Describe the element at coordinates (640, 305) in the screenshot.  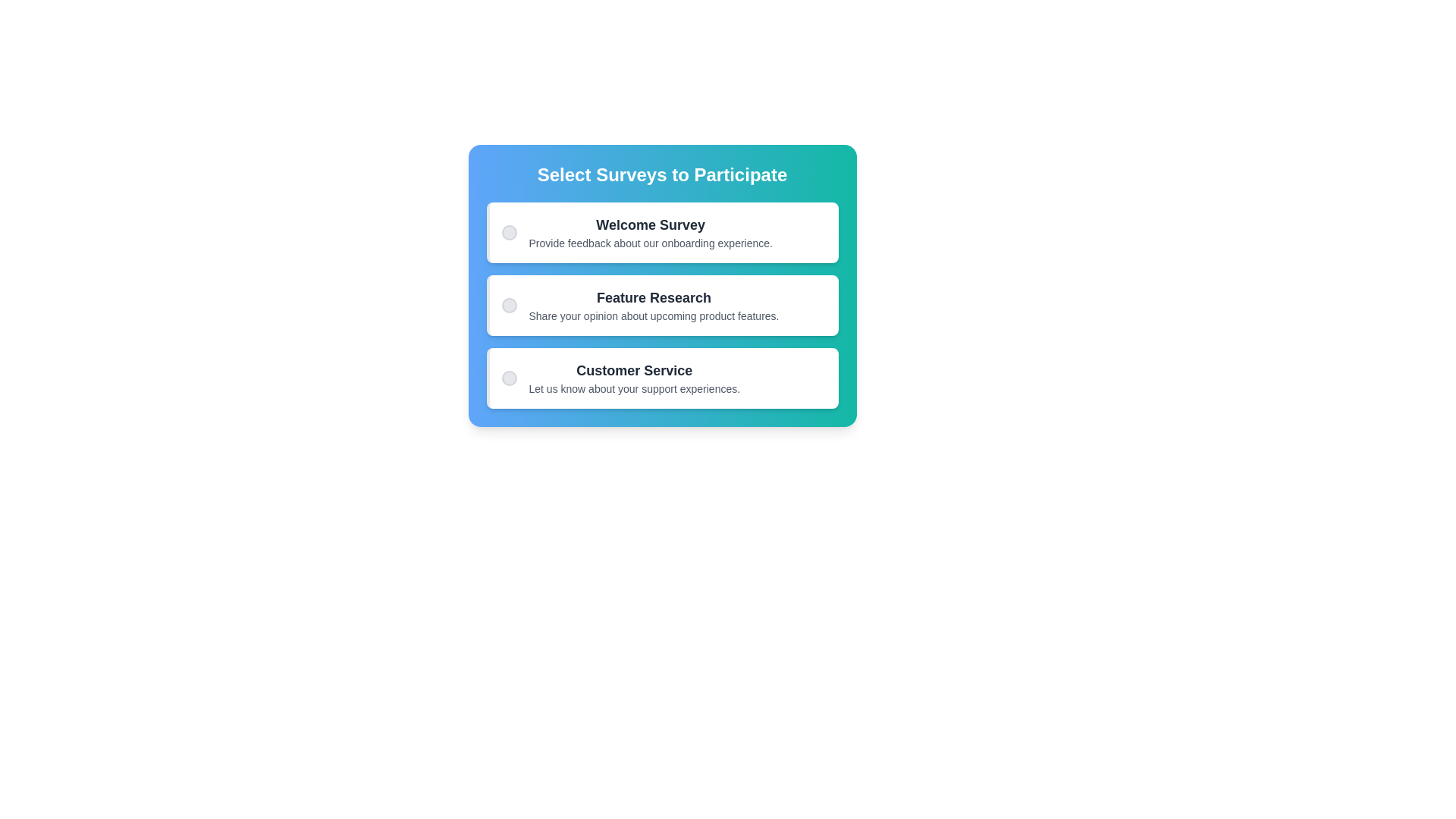
I see `the second card in the vertical list that represents an option for users to provide feedback on upcoming product features, which is located between the 'Welcome Survey' and 'Customer Service' cards` at that location.